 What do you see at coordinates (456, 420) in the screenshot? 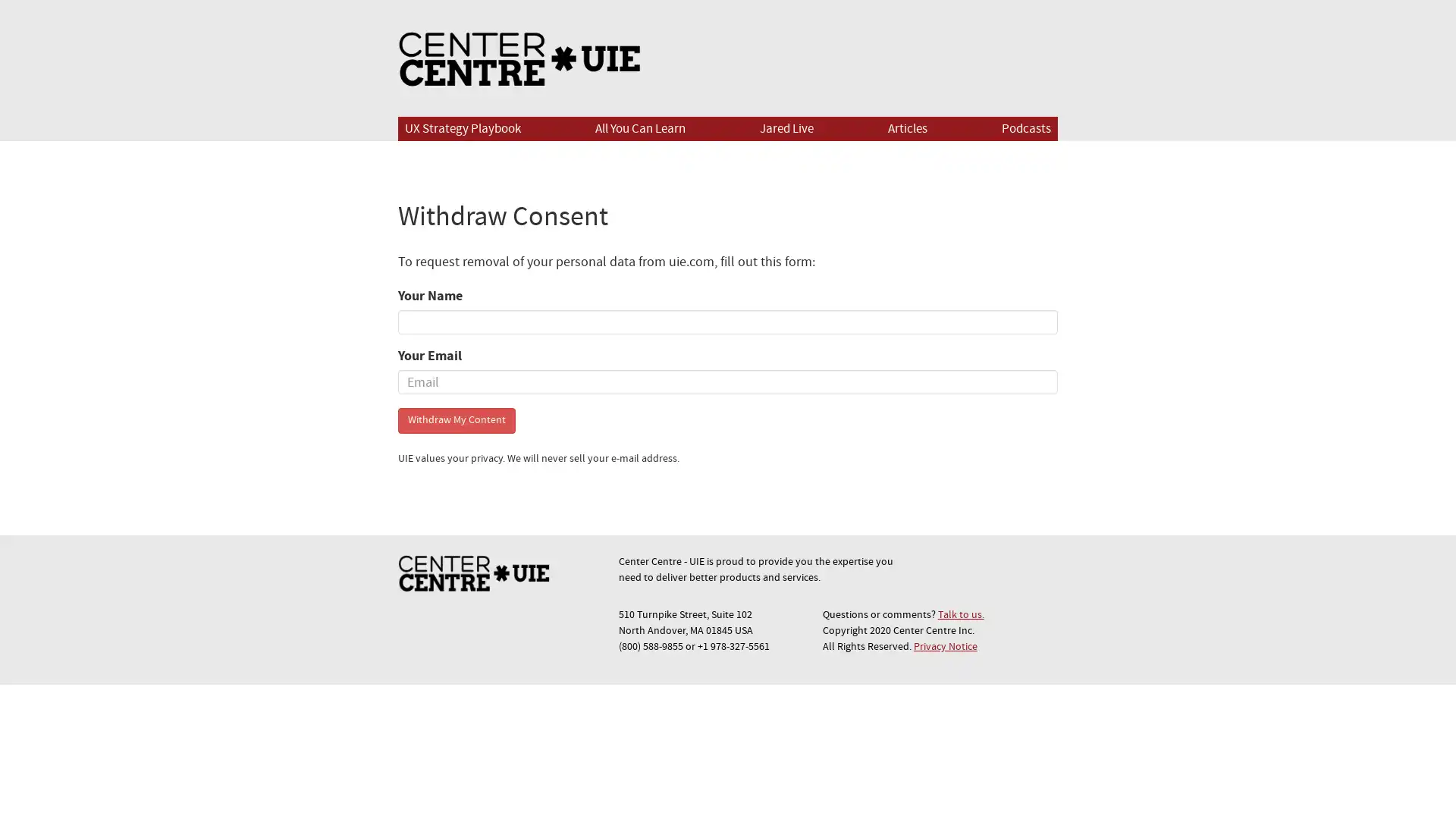
I see `Withdraw My Content` at bounding box center [456, 420].